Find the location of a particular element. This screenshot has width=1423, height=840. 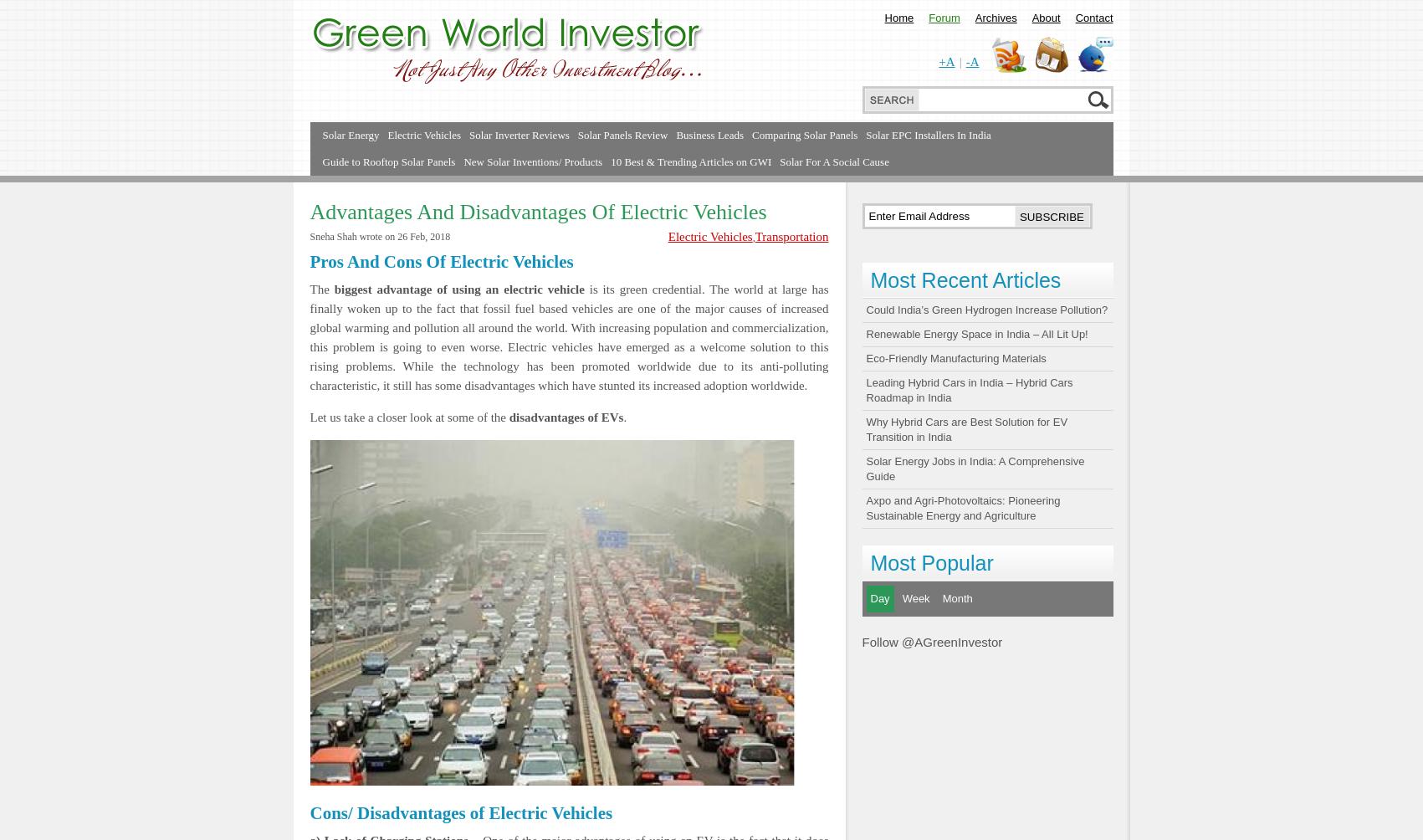

',' is located at coordinates (752, 238).